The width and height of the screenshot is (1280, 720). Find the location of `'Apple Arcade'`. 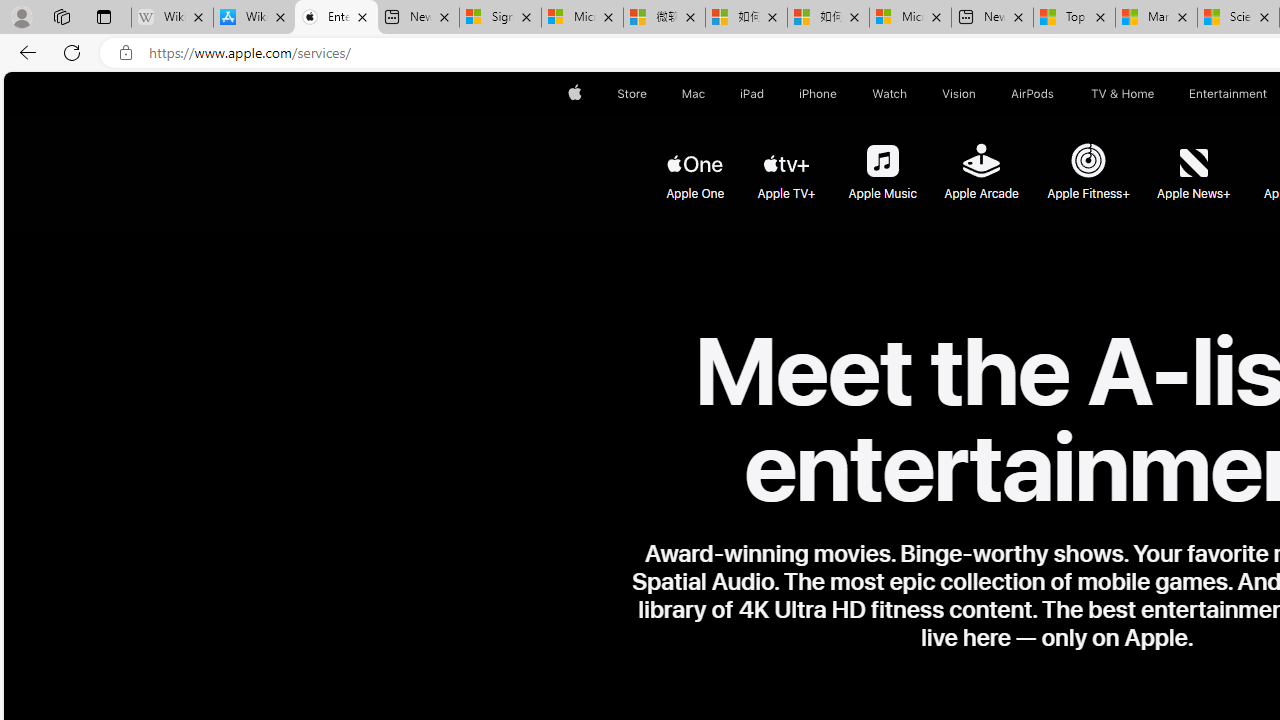

'Apple Arcade' is located at coordinates (980, 162).